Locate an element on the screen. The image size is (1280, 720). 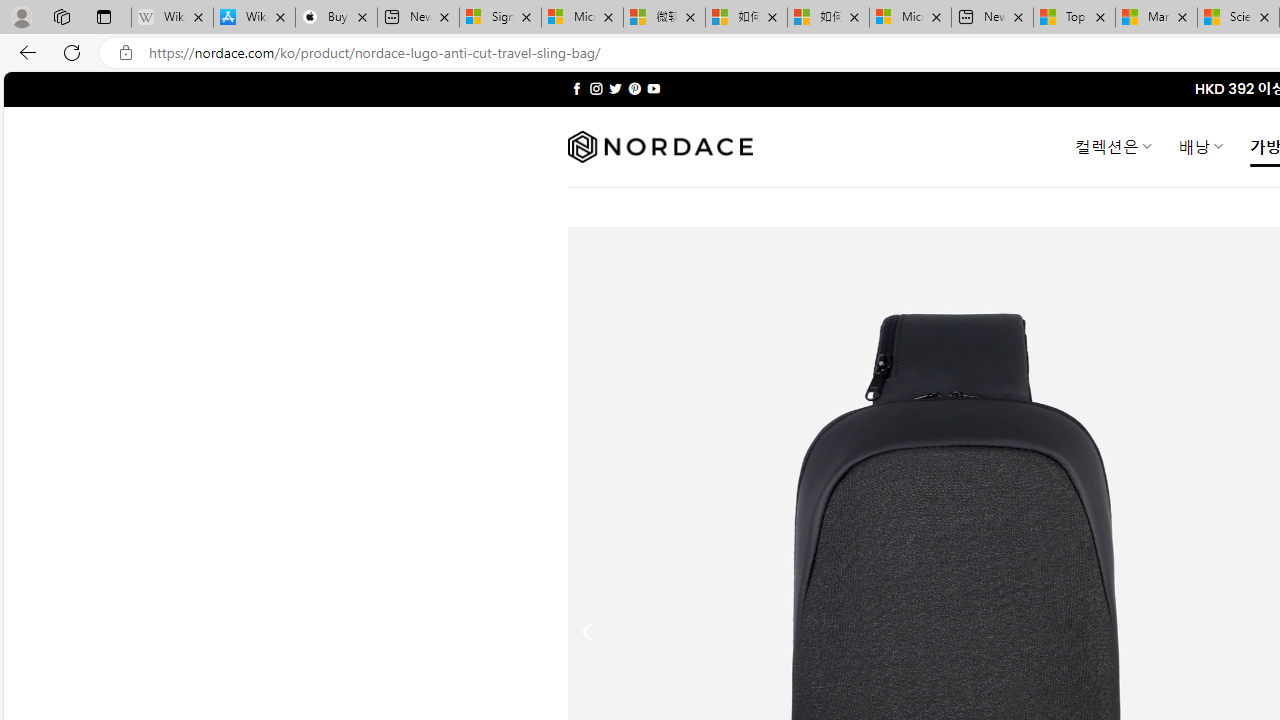
'Follow on Instagram' is located at coordinates (595, 88).